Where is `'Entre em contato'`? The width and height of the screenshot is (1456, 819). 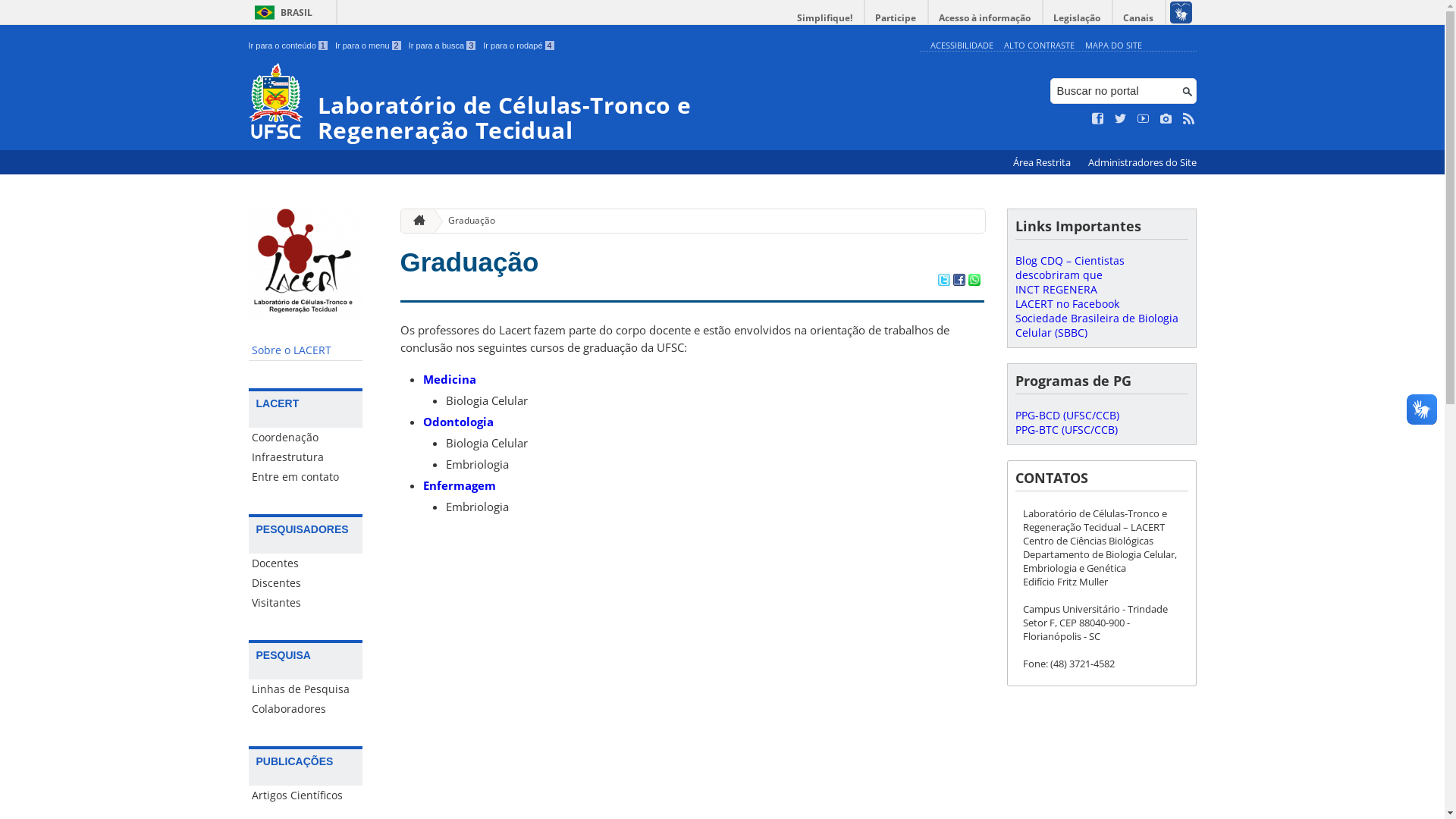
'Entre em contato' is located at coordinates (305, 475).